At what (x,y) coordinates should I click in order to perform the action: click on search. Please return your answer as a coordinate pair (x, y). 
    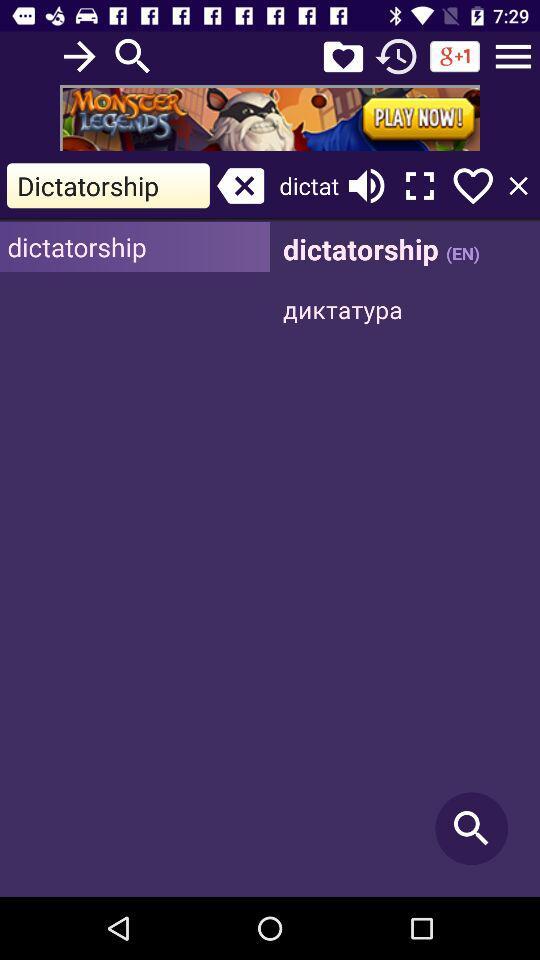
    Looking at the image, I should click on (133, 55).